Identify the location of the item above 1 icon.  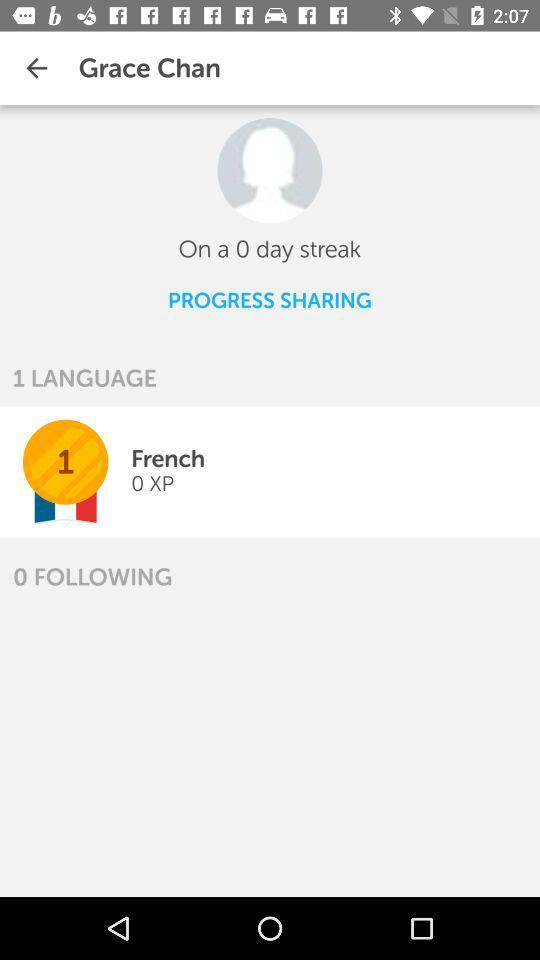
(83, 377).